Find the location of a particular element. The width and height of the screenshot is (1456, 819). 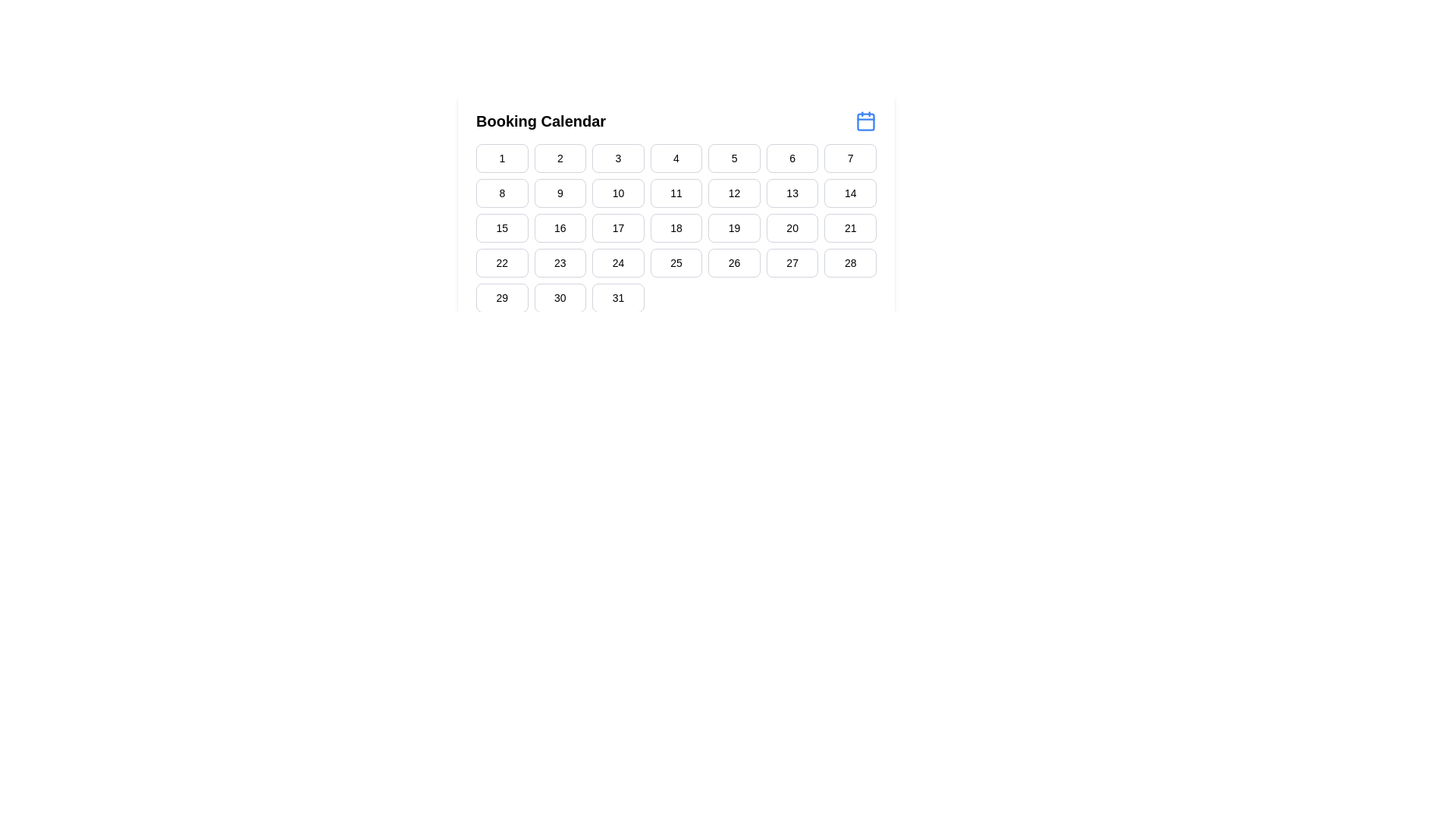

the button representing the date '17' is located at coordinates (618, 227).